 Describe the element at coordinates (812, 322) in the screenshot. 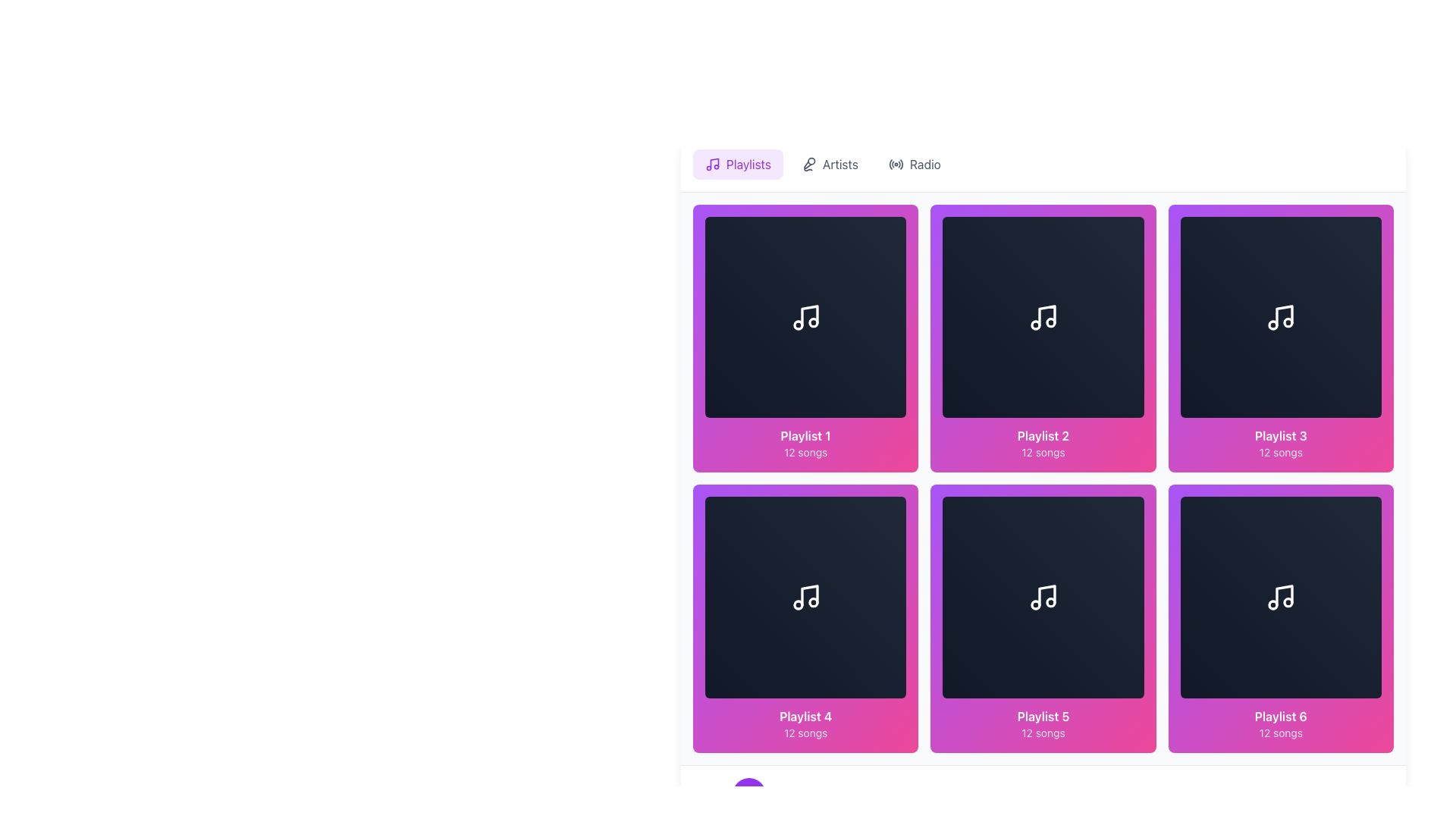

I see `the decorative detail of the music note icon located in the center area of the top-left playlist card titled 'Playlist 1'` at that location.